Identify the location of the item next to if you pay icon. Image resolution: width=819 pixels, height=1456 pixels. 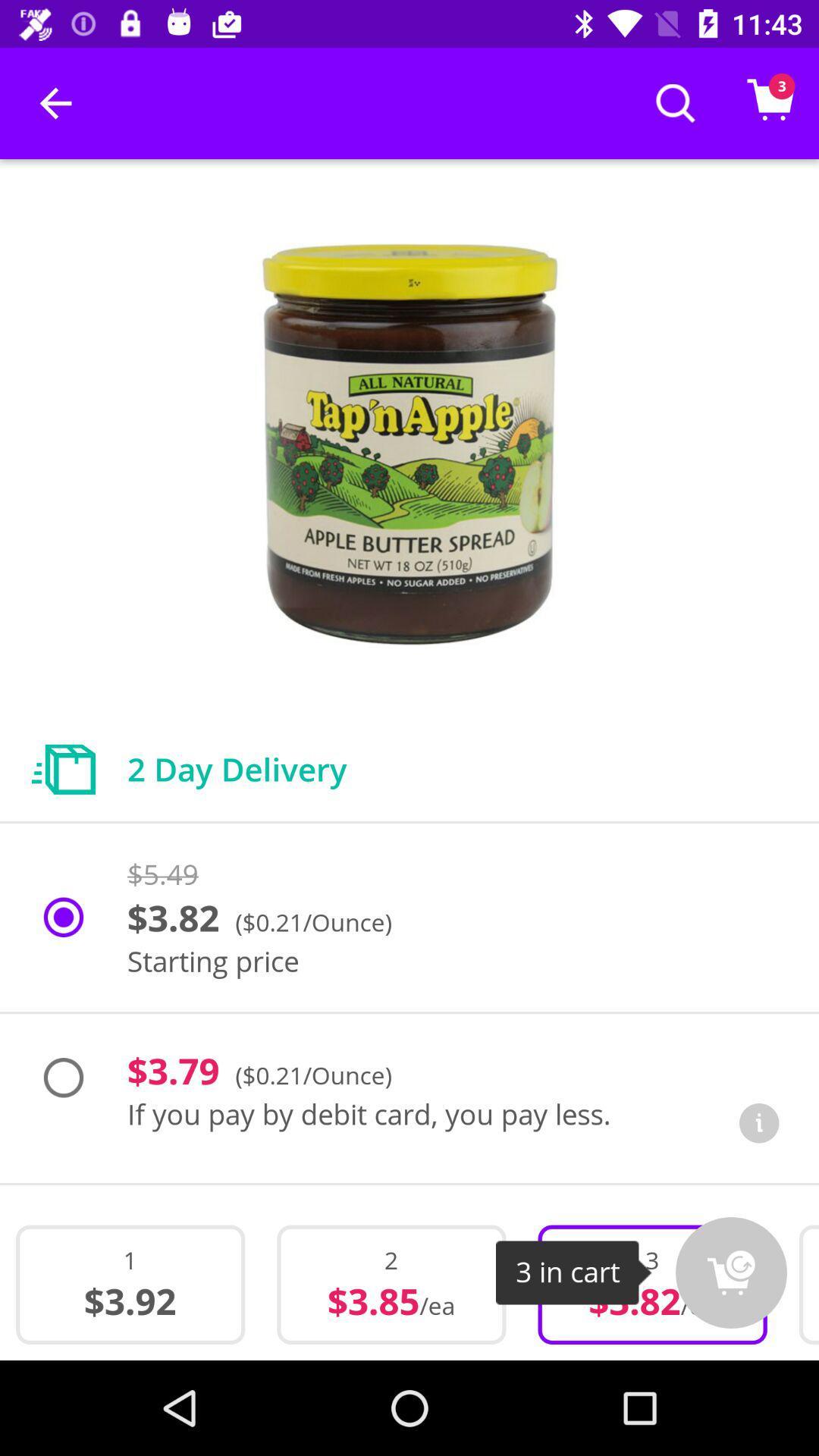
(759, 1123).